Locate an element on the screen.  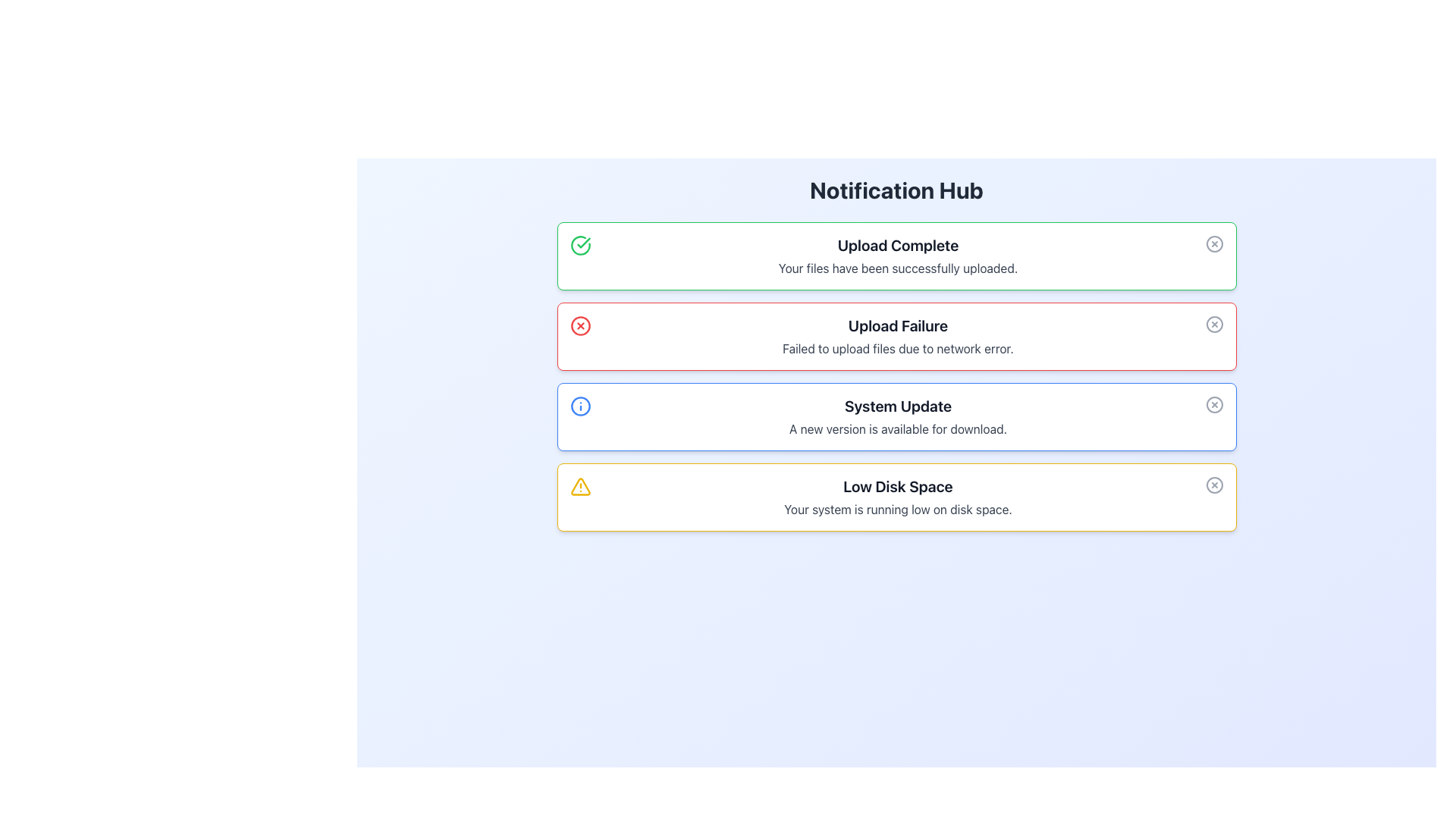
the Static Text element that reads 'Upload Complete,' which is styled with a bold font, dark gray color, and is located at the top of a notification box with a green border is located at coordinates (898, 245).